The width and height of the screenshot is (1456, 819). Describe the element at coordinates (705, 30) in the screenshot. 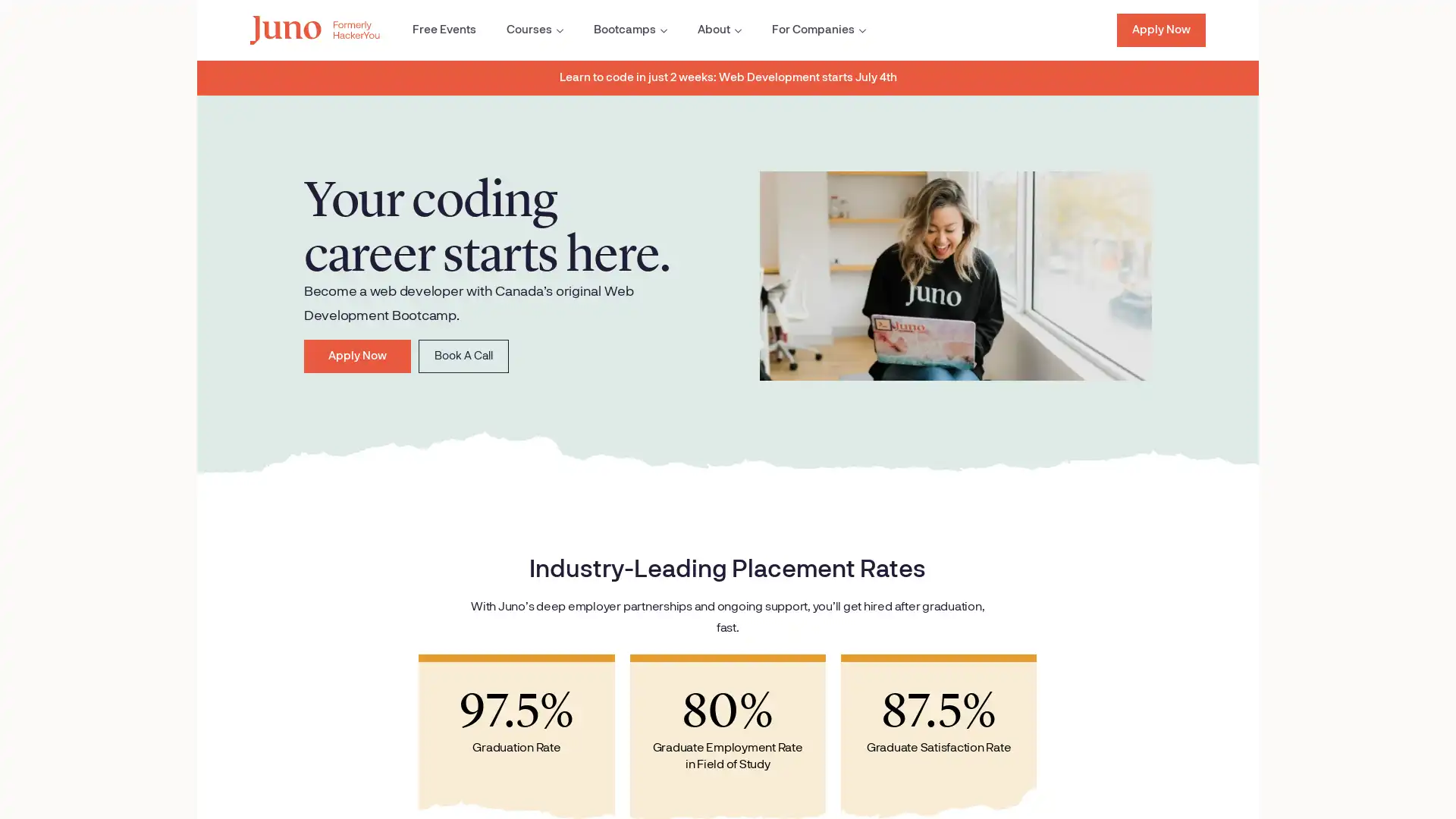

I see `Open the About sub menu.` at that location.